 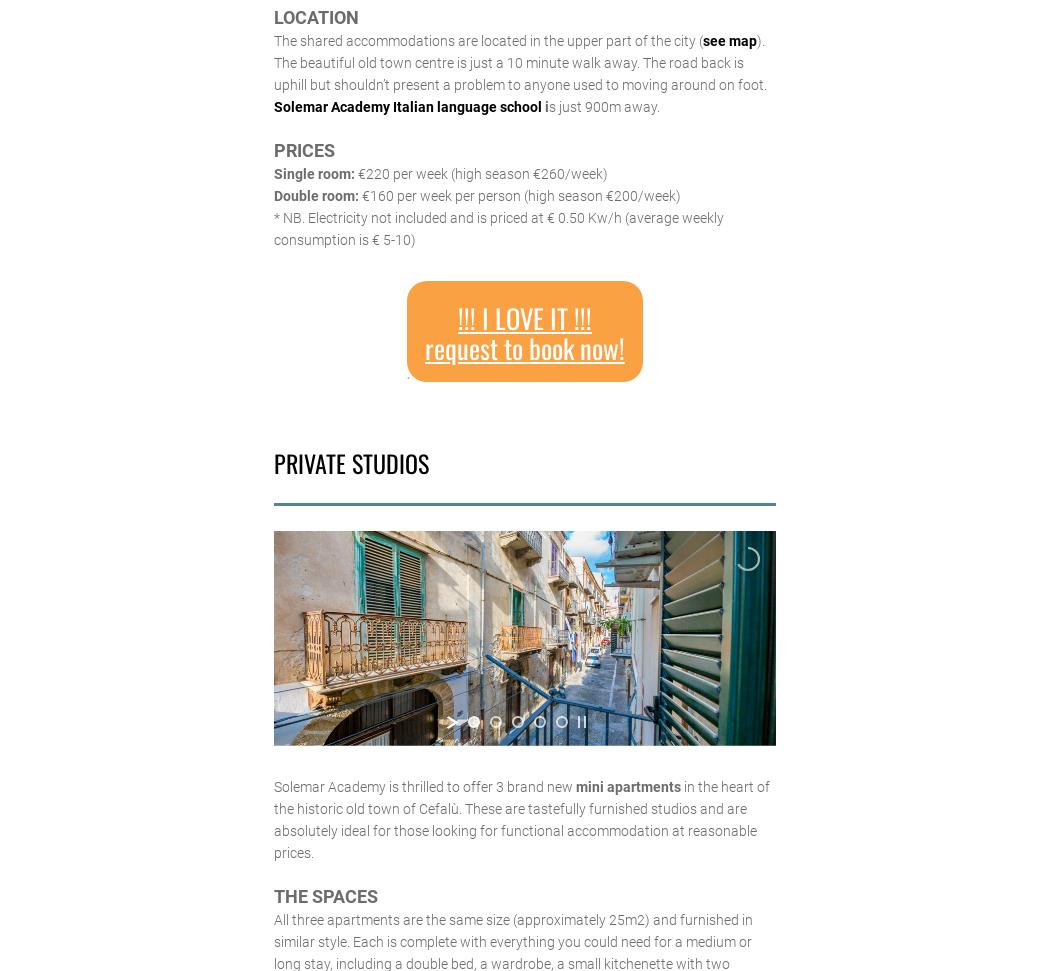 What do you see at coordinates (573, 786) in the screenshot?
I see `'mini apartments'` at bounding box center [573, 786].